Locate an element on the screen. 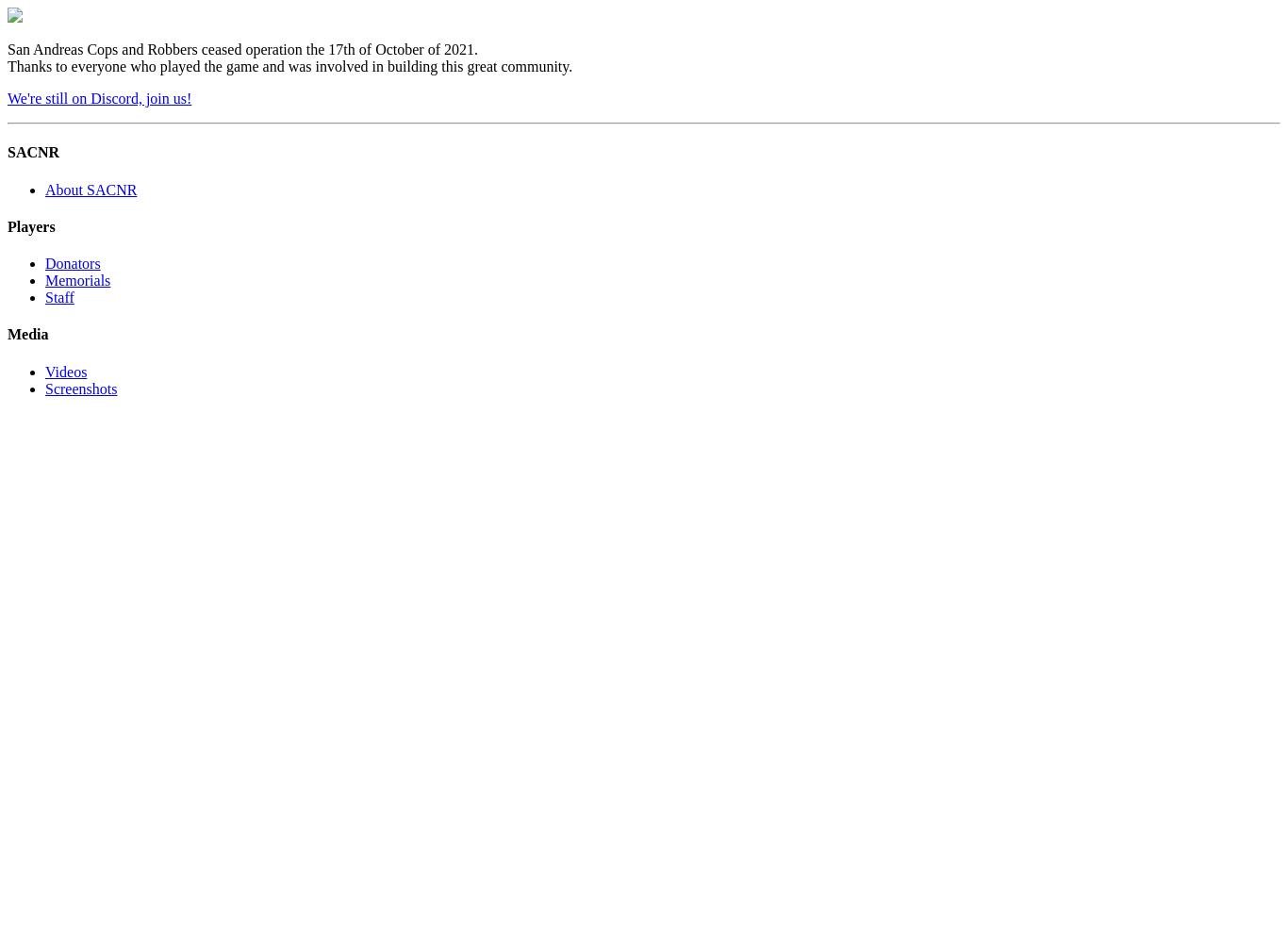 The height and width of the screenshot is (943, 1288). 'San Andreas Cops and Robbers ceased operation the 17th of October of 2021.' is located at coordinates (242, 49).